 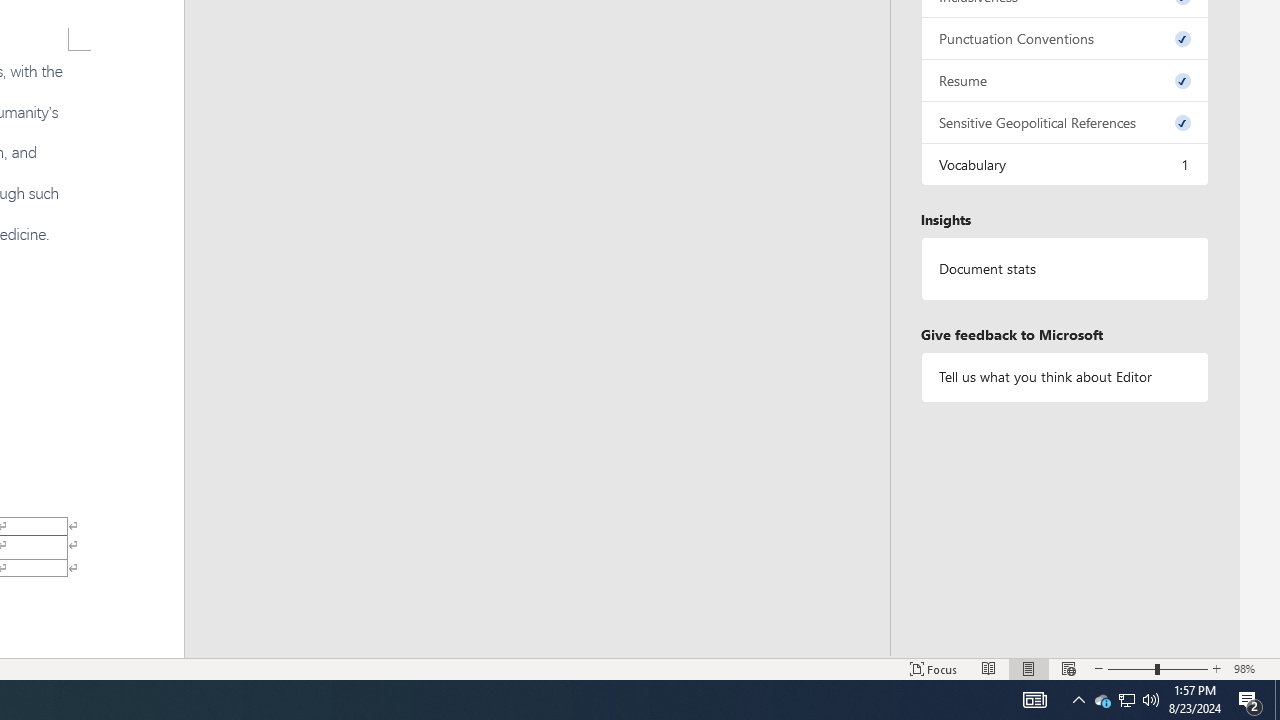 What do you see at coordinates (1063, 79) in the screenshot?
I see `'Resume, 0 issues. Press space or enter to review items.'` at bounding box center [1063, 79].